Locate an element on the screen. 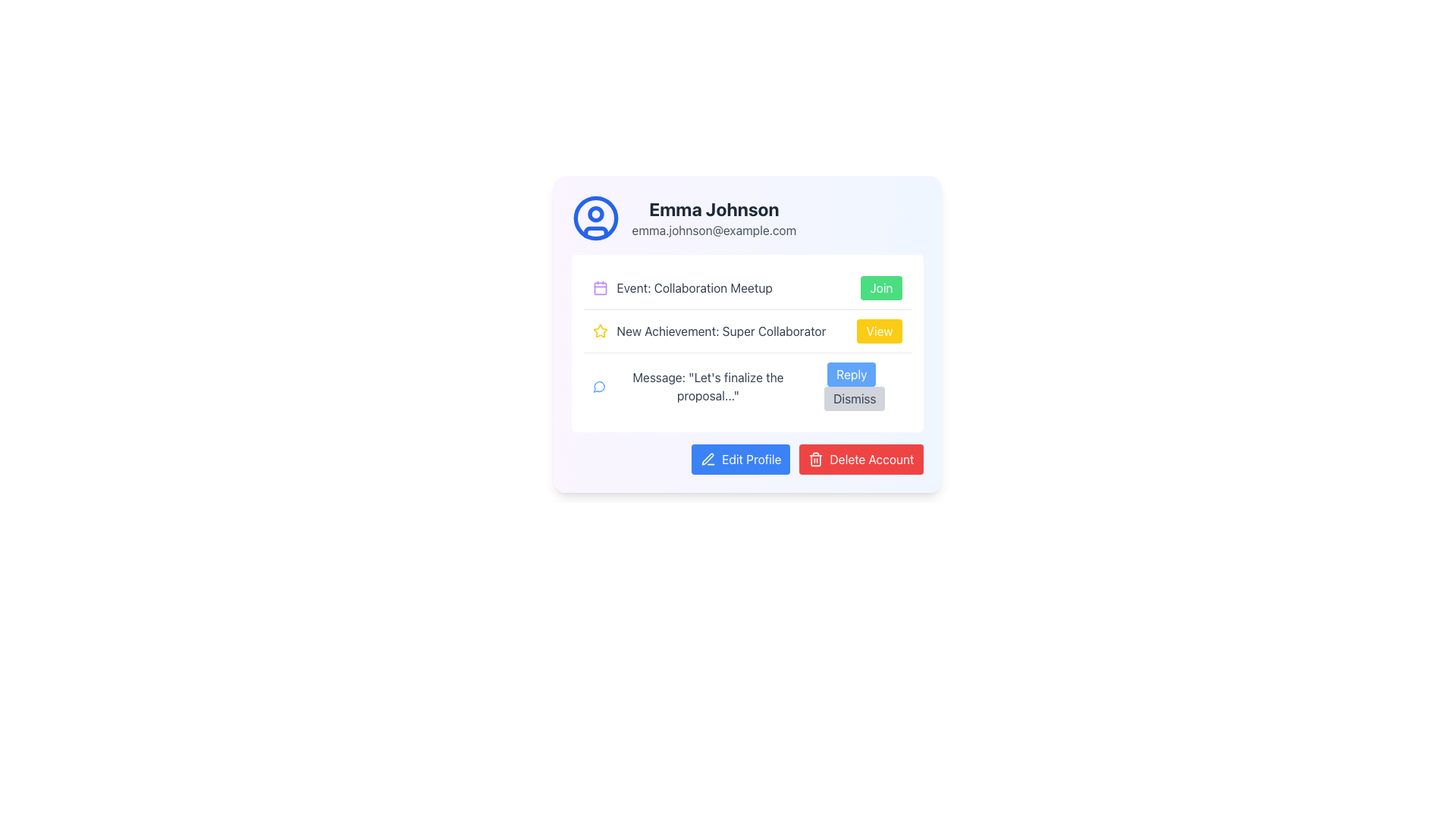 Image resolution: width=1456 pixels, height=819 pixels. the details of the user profile icon, which is represented by the outermost circle located in the top left section of the modal interface is located at coordinates (595, 218).